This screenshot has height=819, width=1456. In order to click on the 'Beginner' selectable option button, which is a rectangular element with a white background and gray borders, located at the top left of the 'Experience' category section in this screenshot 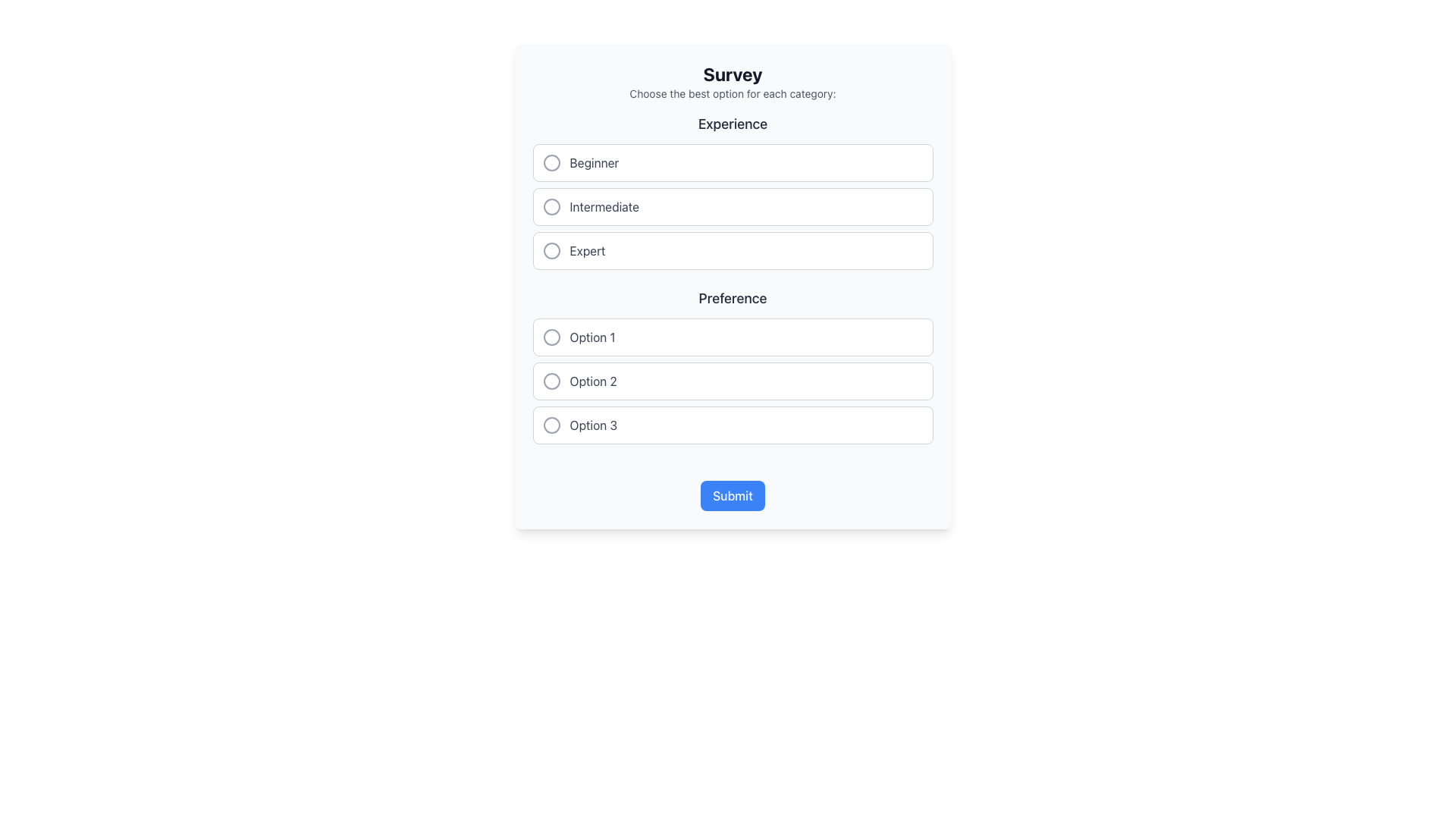, I will do `click(733, 163)`.